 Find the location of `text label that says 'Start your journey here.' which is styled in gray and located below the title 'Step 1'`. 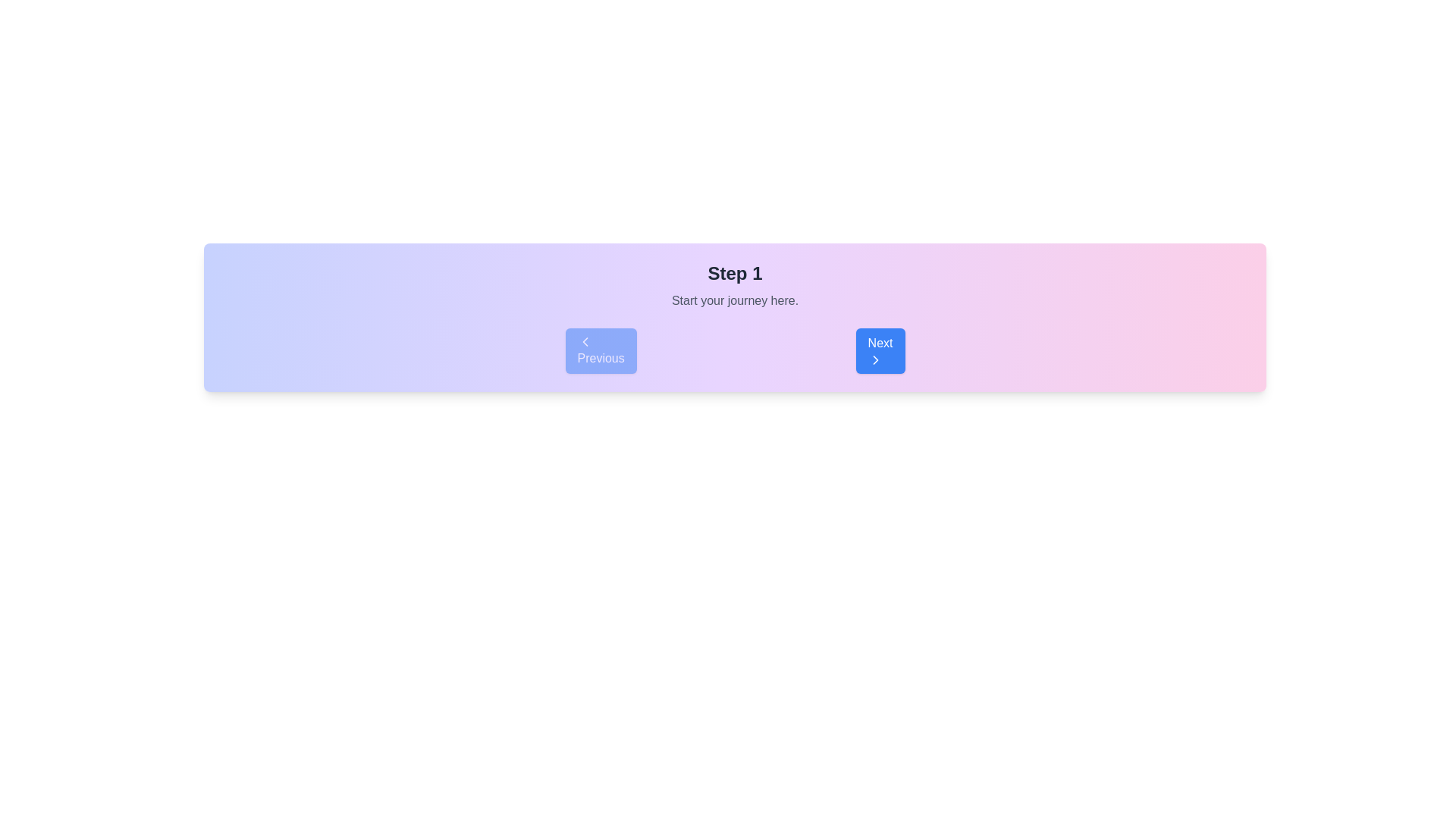

text label that says 'Start your journey here.' which is styled in gray and located below the title 'Step 1' is located at coordinates (735, 301).